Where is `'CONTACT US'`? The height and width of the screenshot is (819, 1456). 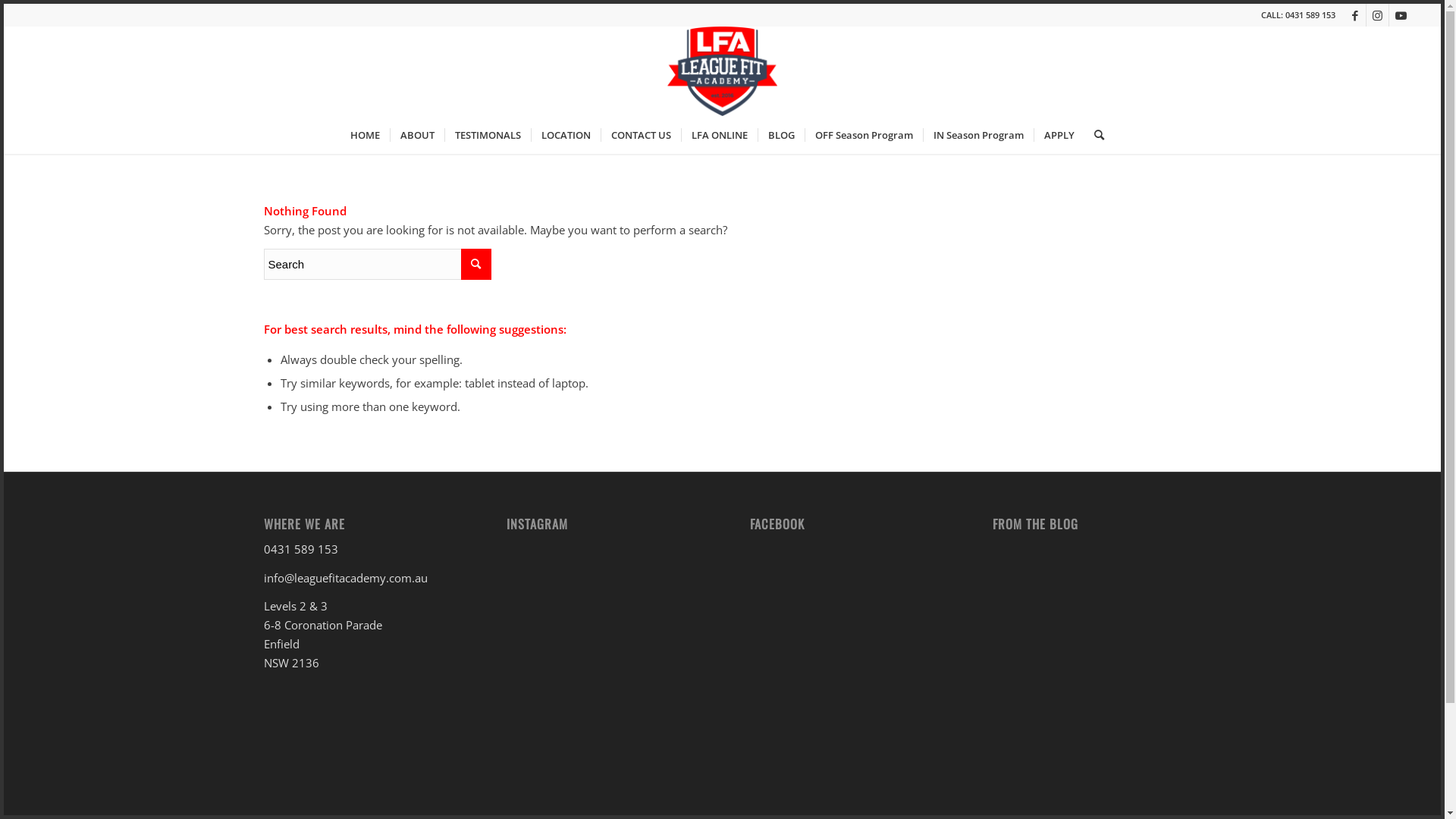
'CONTACT US' is located at coordinates (640, 133).